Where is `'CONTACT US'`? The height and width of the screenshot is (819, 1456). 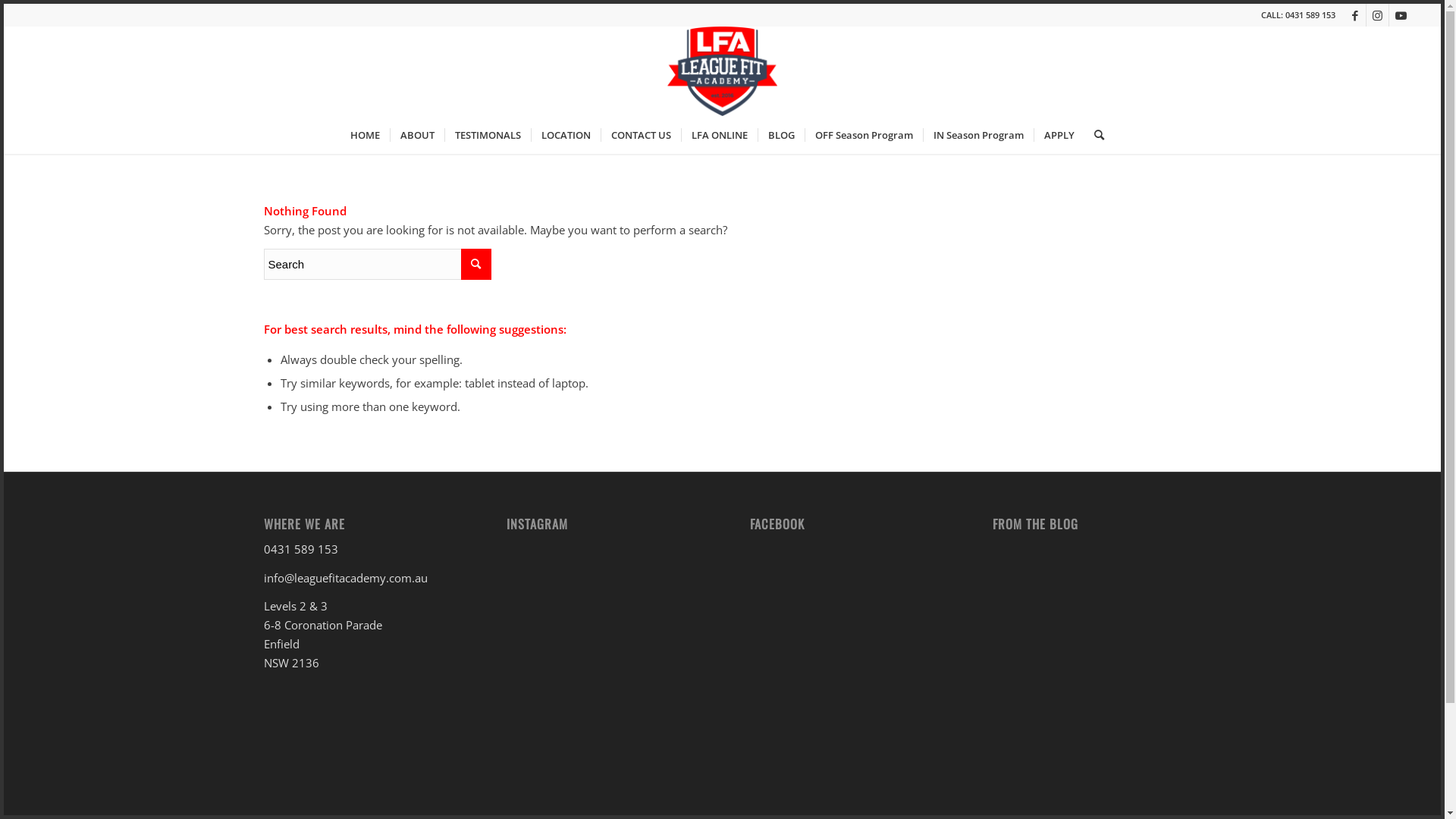
'CONTACT US' is located at coordinates (640, 133).